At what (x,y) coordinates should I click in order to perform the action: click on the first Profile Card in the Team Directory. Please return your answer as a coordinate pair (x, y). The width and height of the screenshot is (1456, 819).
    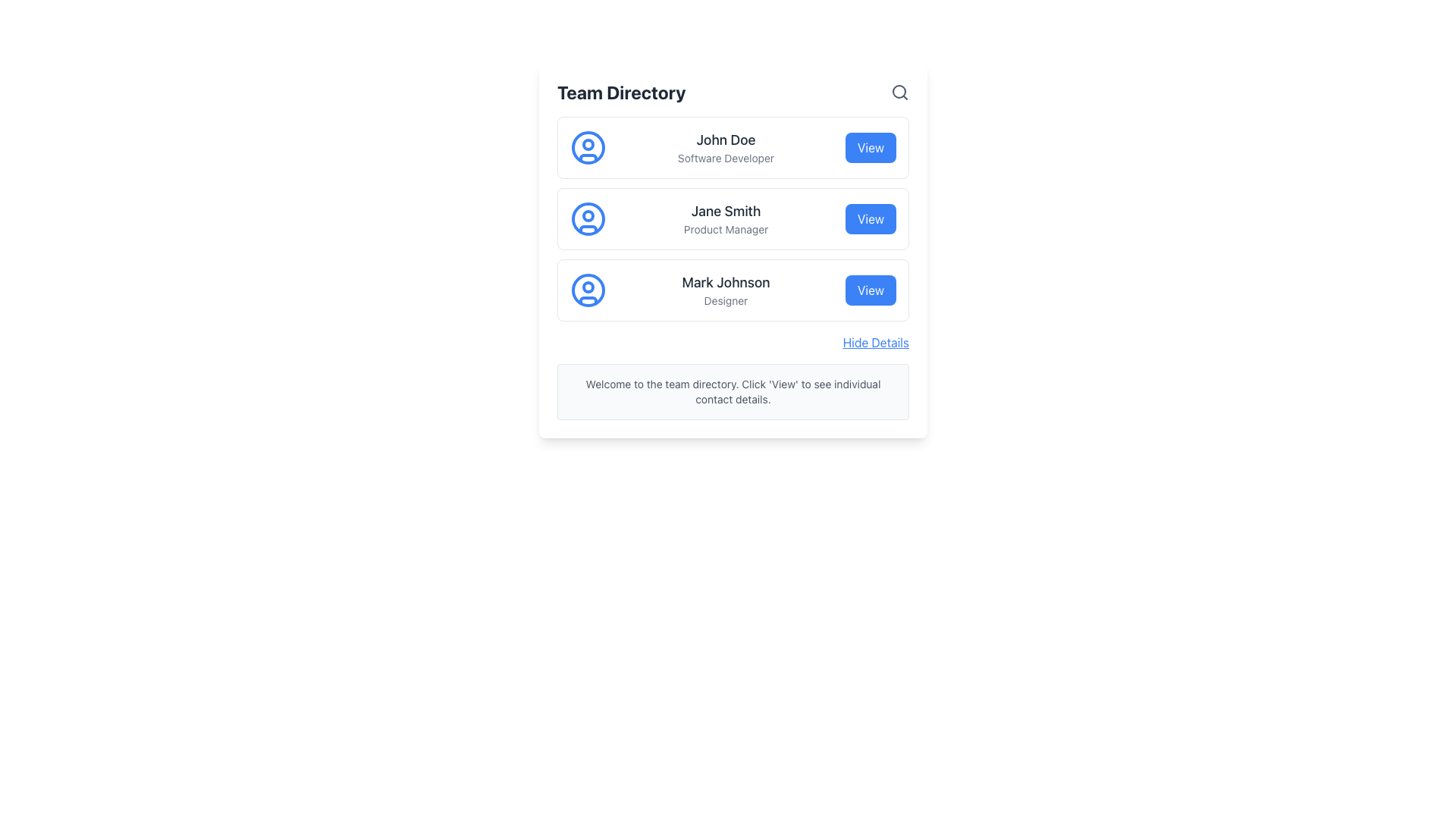
    Looking at the image, I should click on (733, 148).